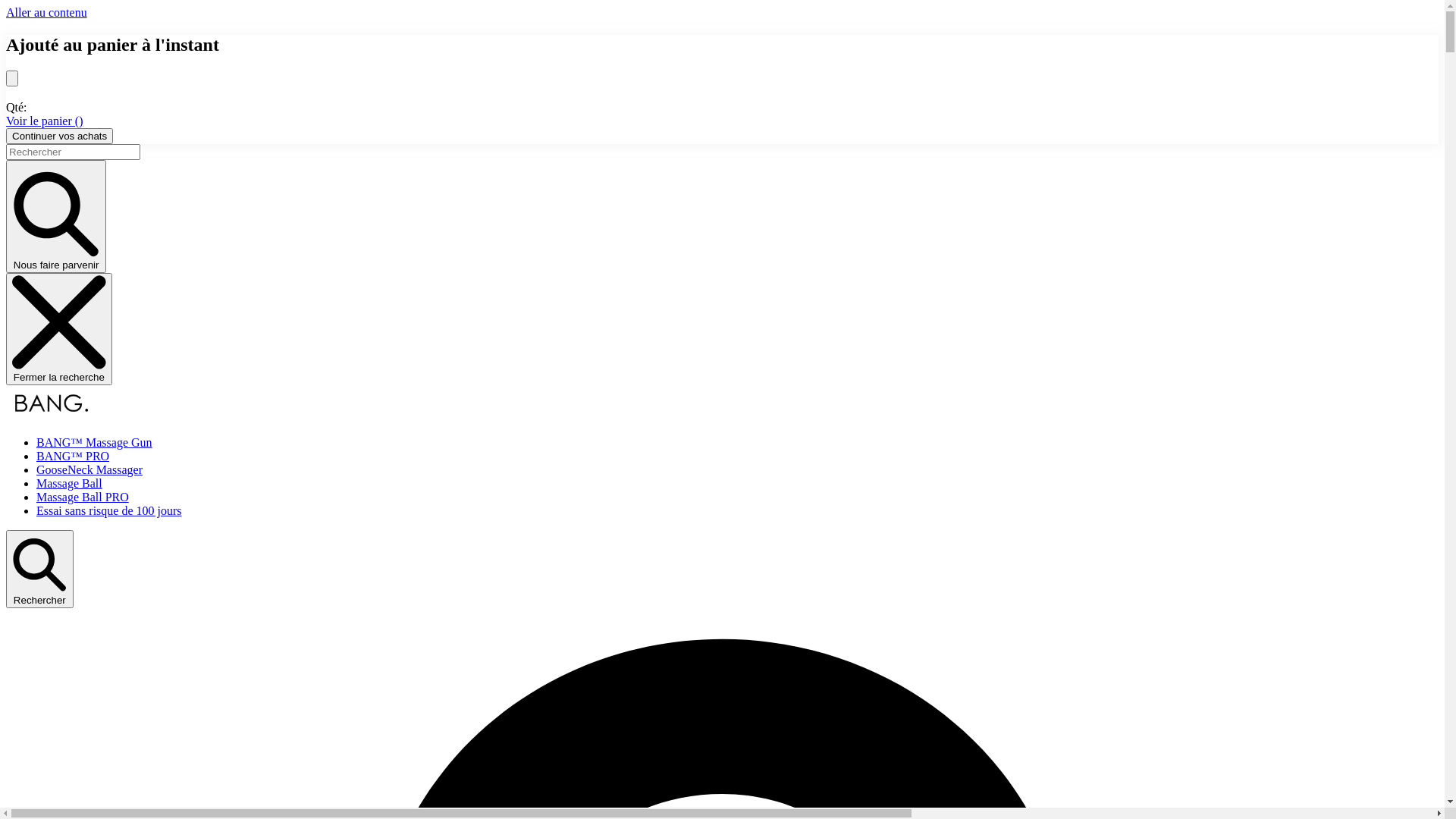 The width and height of the screenshot is (1456, 819). Describe the element at coordinates (89, 469) in the screenshot. I see `'GooseNeck Massager'` at that location.